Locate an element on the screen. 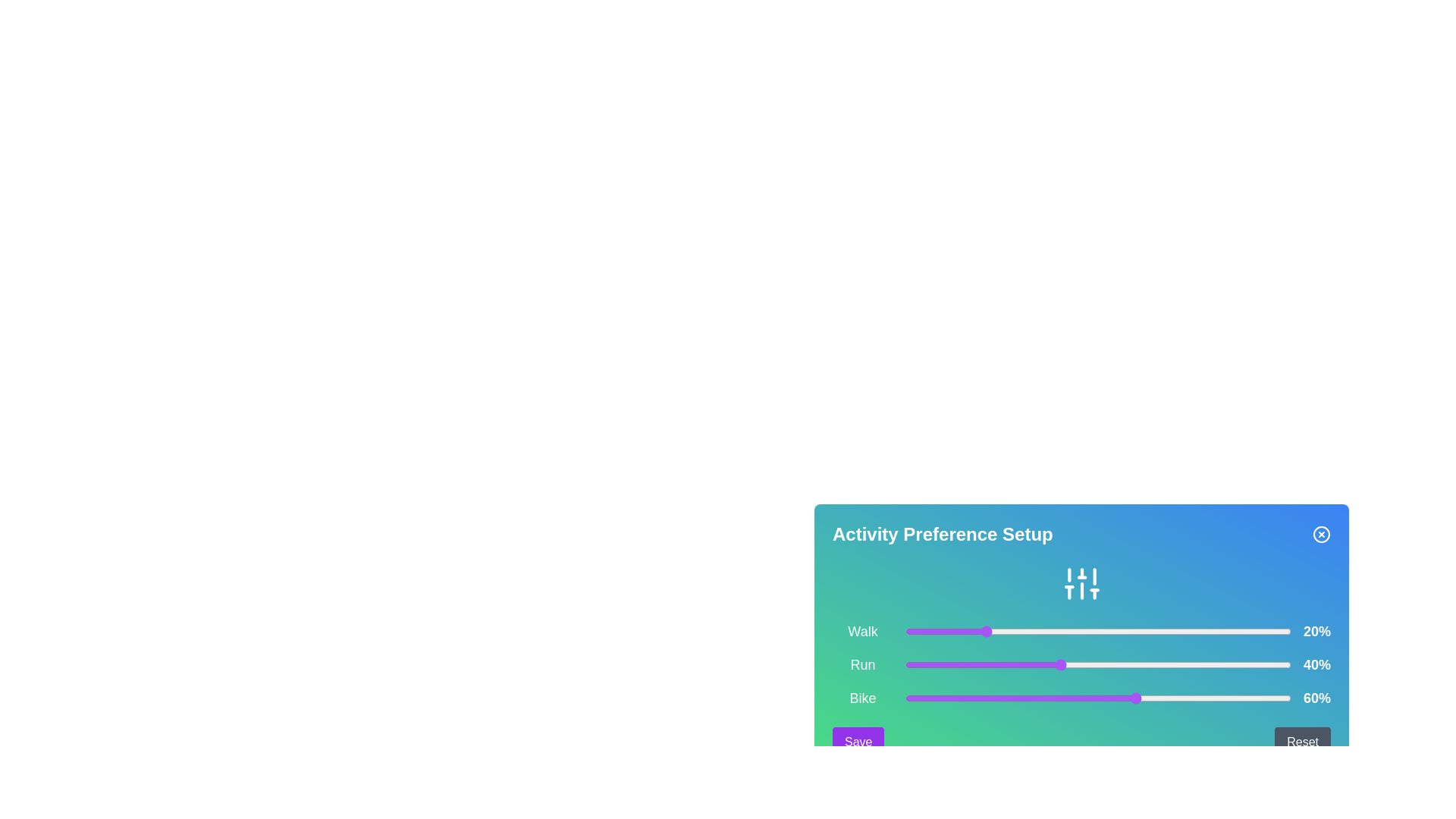 The height and width of the screenshot is (819, 1456). the slider for 0 to 48% is located at coordinates (1089, 632).